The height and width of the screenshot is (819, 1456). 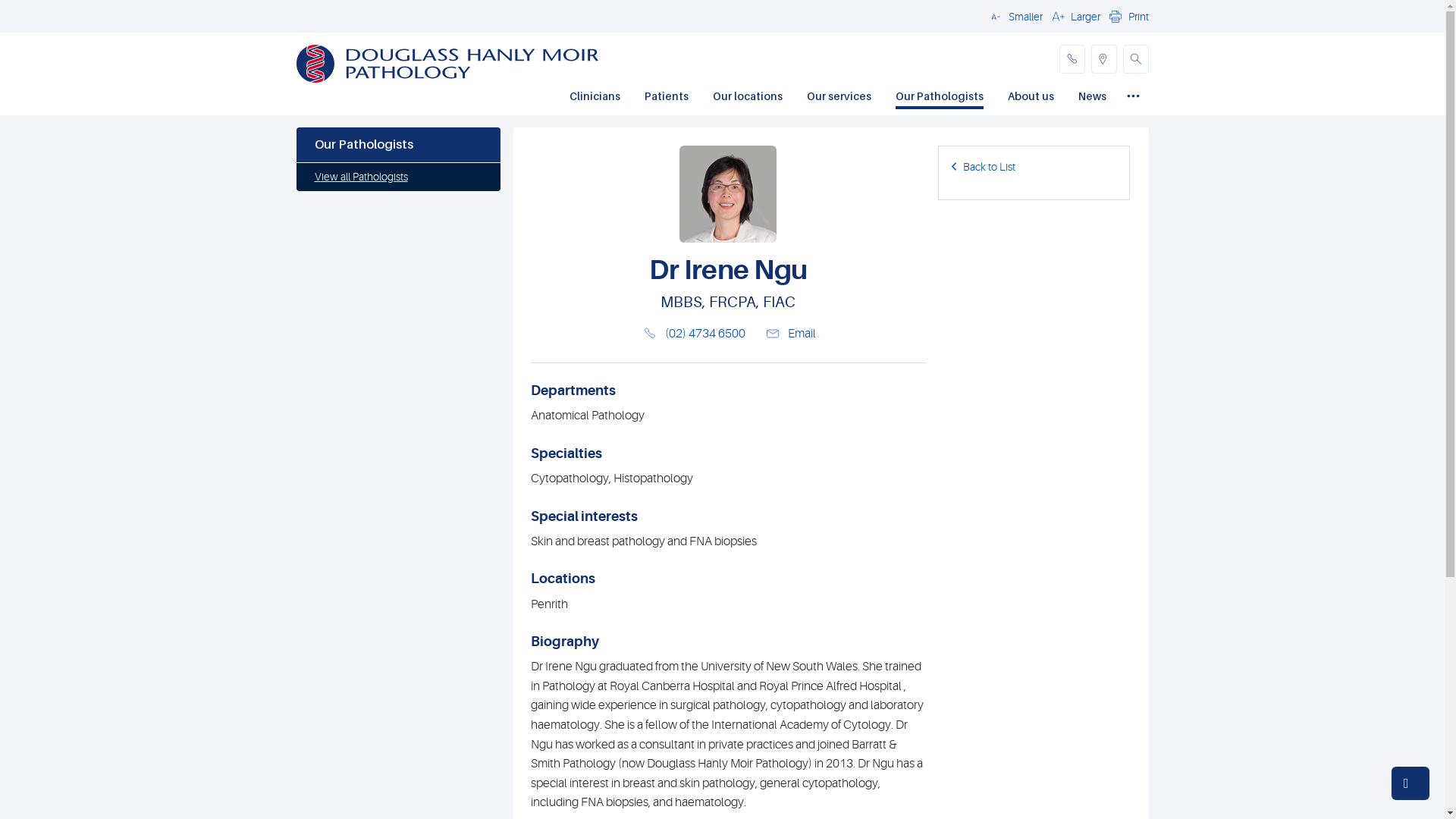 I want to click on 'Email', so click(x=789, y=333).